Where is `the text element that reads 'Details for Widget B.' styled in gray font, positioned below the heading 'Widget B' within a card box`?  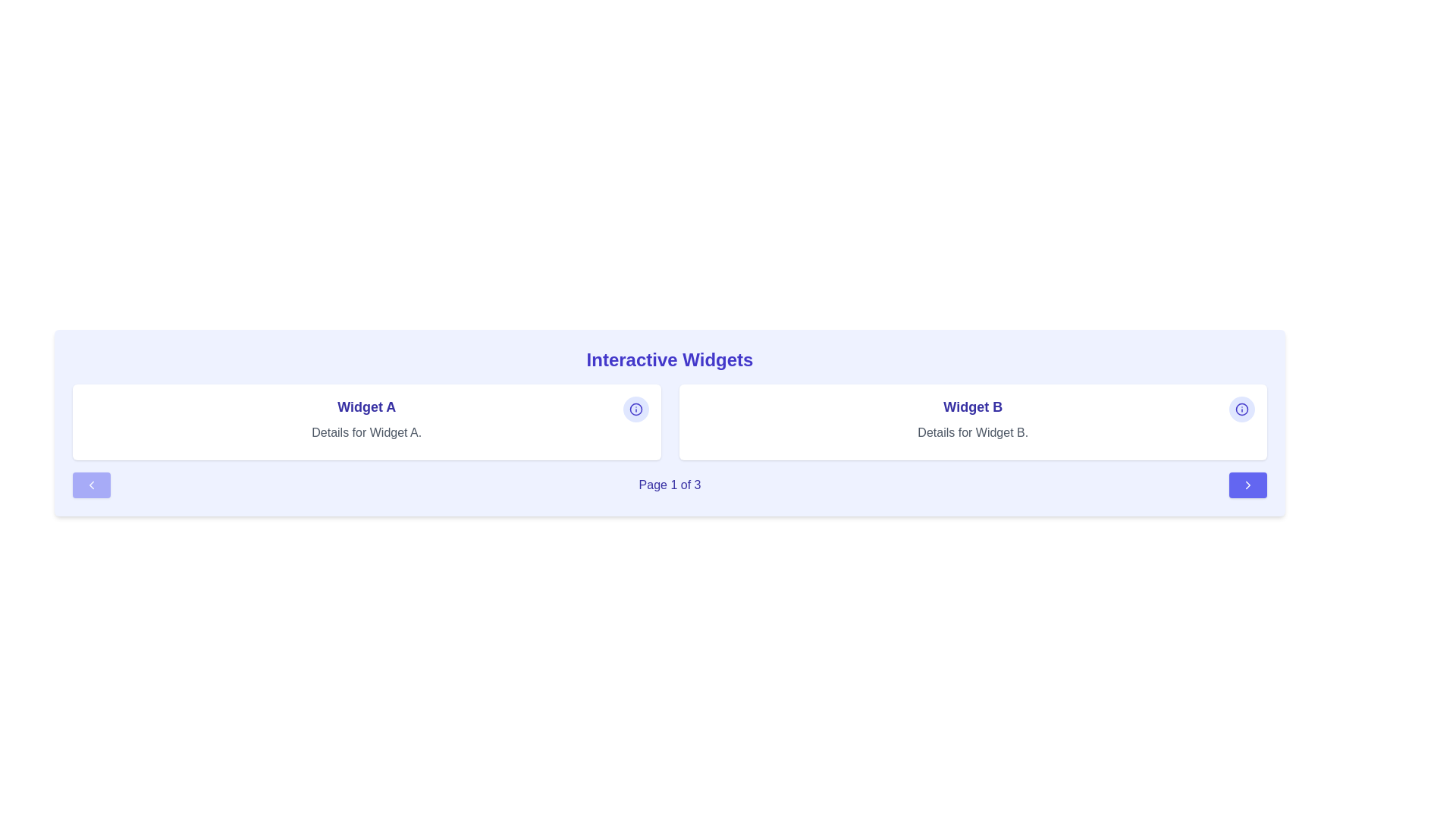 the text element that reads 'Details for Widget B.' styled in gray font, positioned below the heading 'Widget B' within a card box is located at coordinates (973, 432).